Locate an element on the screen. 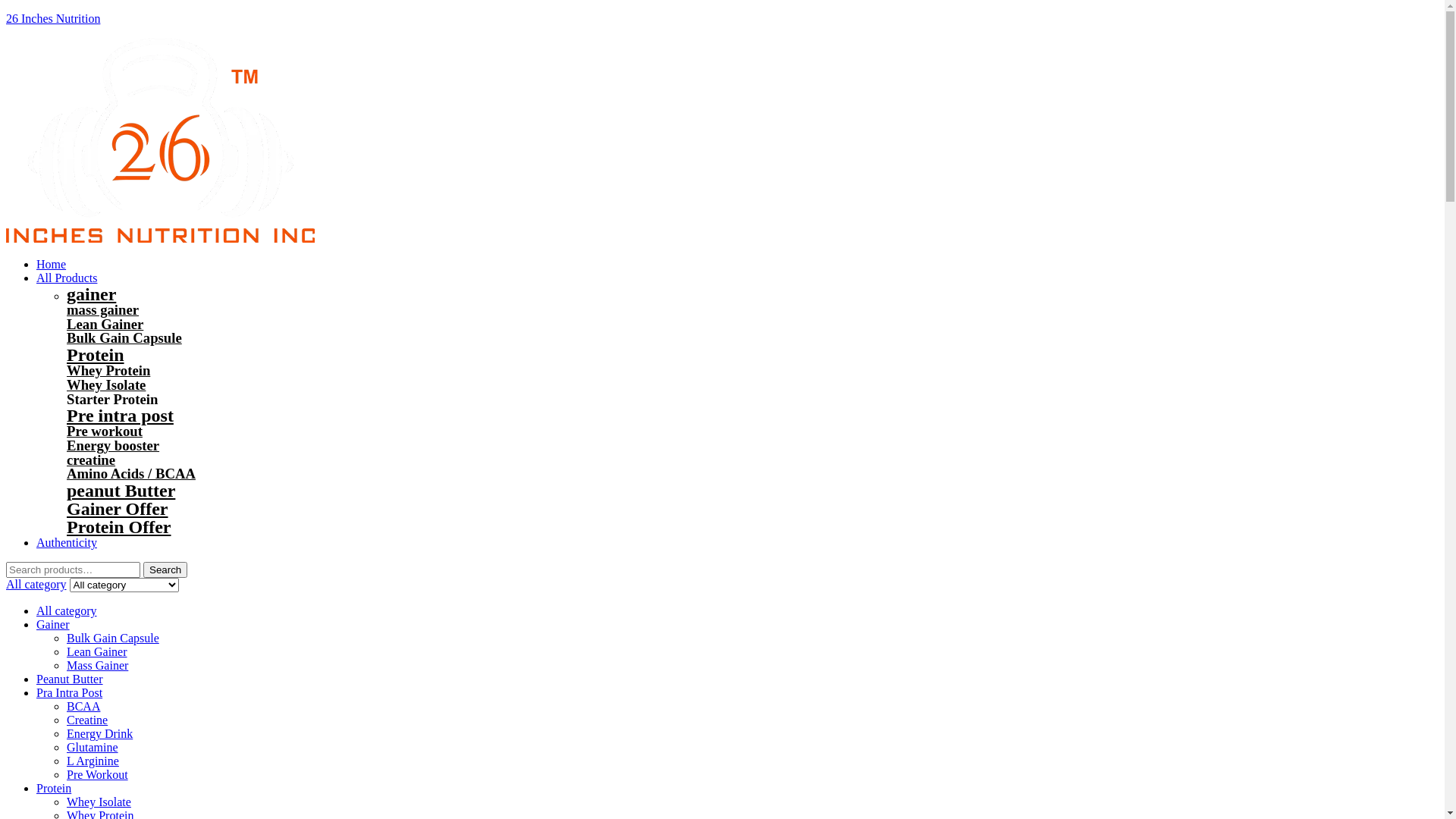 Image resolution: width=1456 pixels, height=819 pixels. '26 Inches Nutrition' is located at coordinates (53, 18).